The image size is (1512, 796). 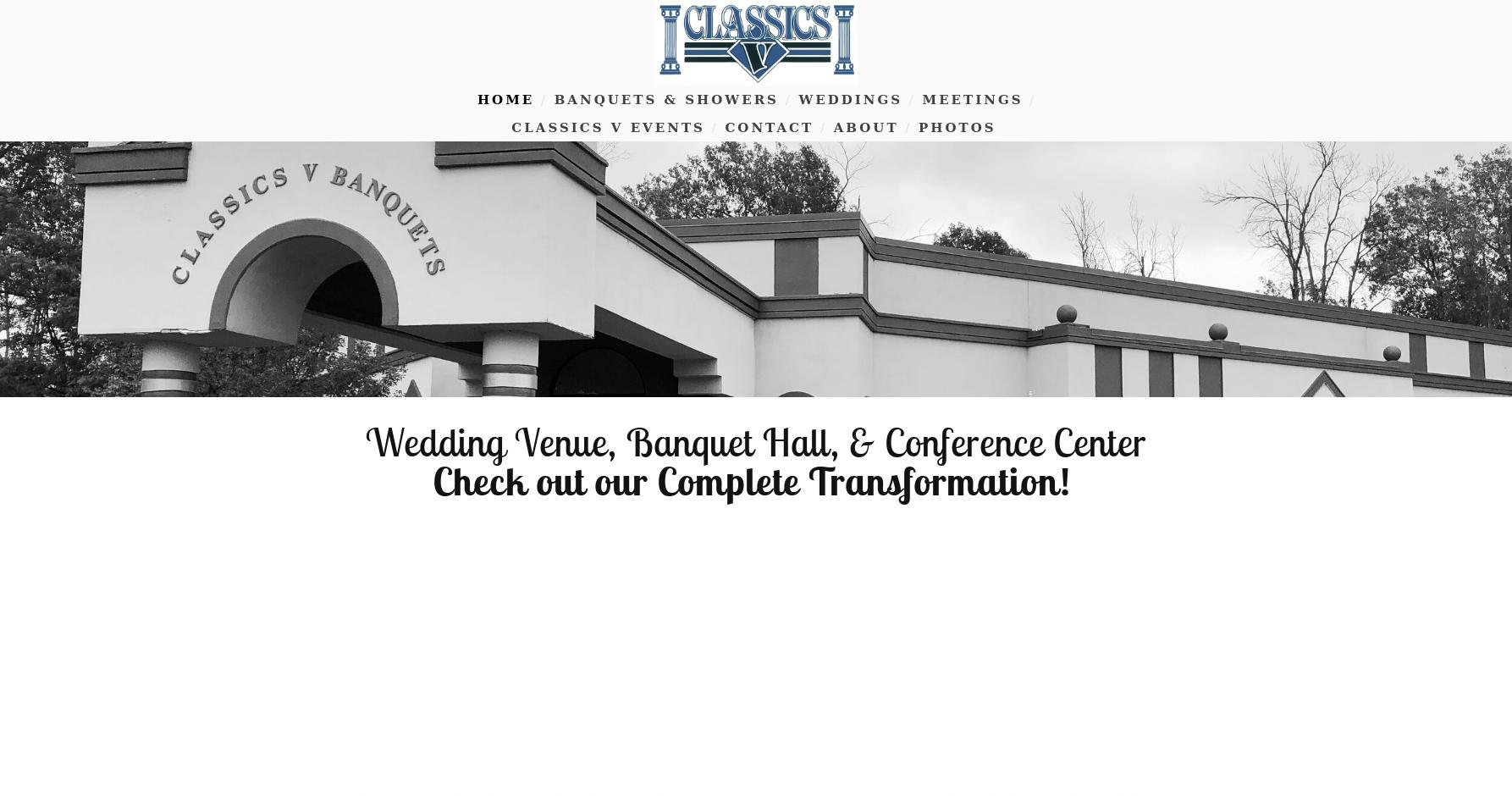 I want to click on 'Banquets & Showers', so click(x=665, y=99).